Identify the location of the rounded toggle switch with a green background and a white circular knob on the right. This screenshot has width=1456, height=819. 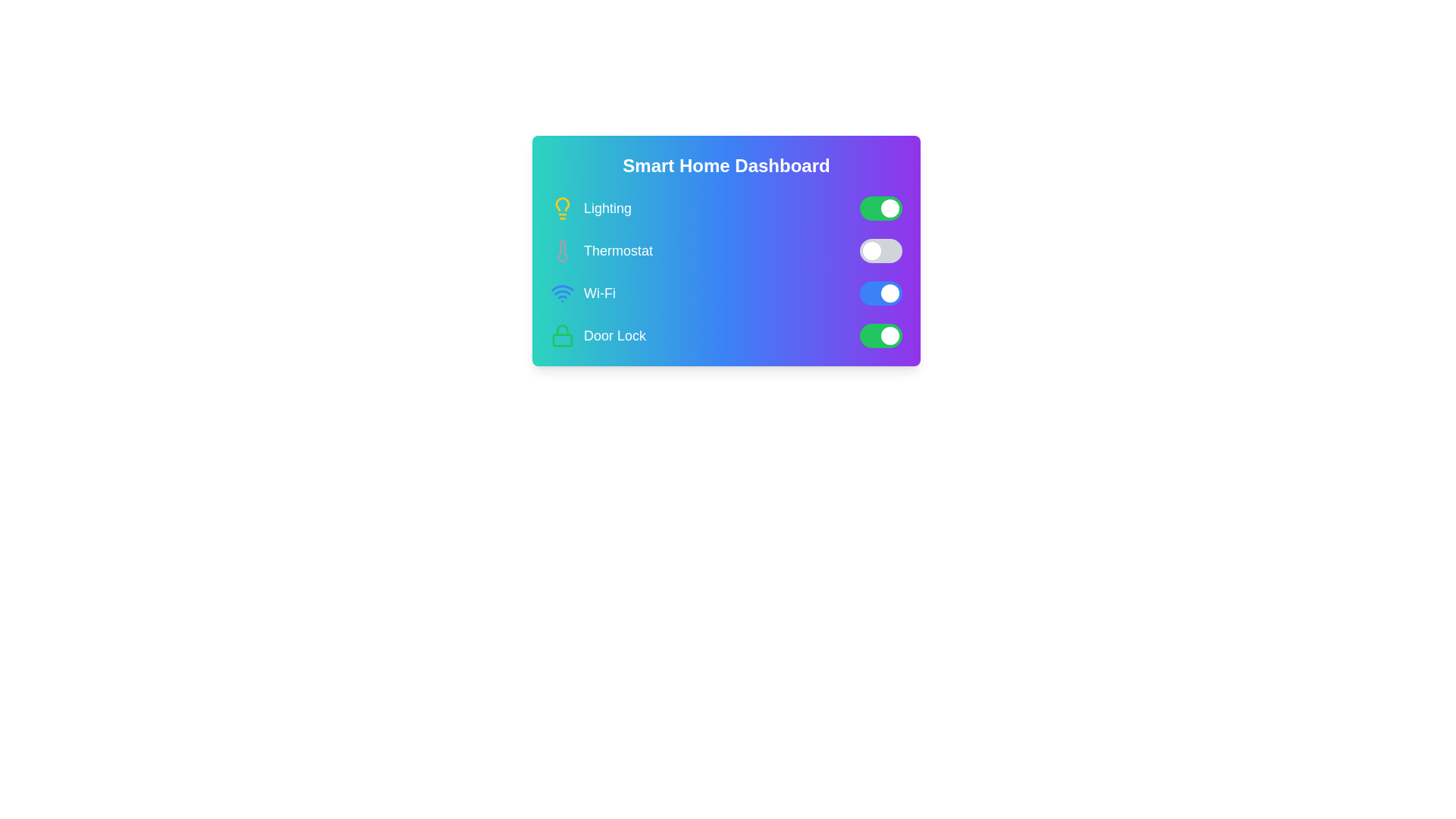
(880, 208).